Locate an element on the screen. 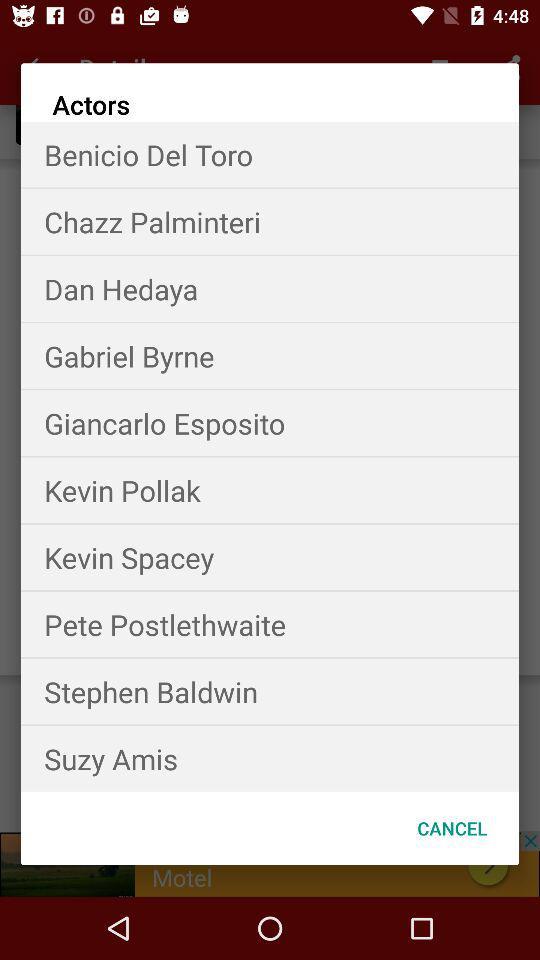  item above    suzy amis icon is located at coordinates (270, 691).